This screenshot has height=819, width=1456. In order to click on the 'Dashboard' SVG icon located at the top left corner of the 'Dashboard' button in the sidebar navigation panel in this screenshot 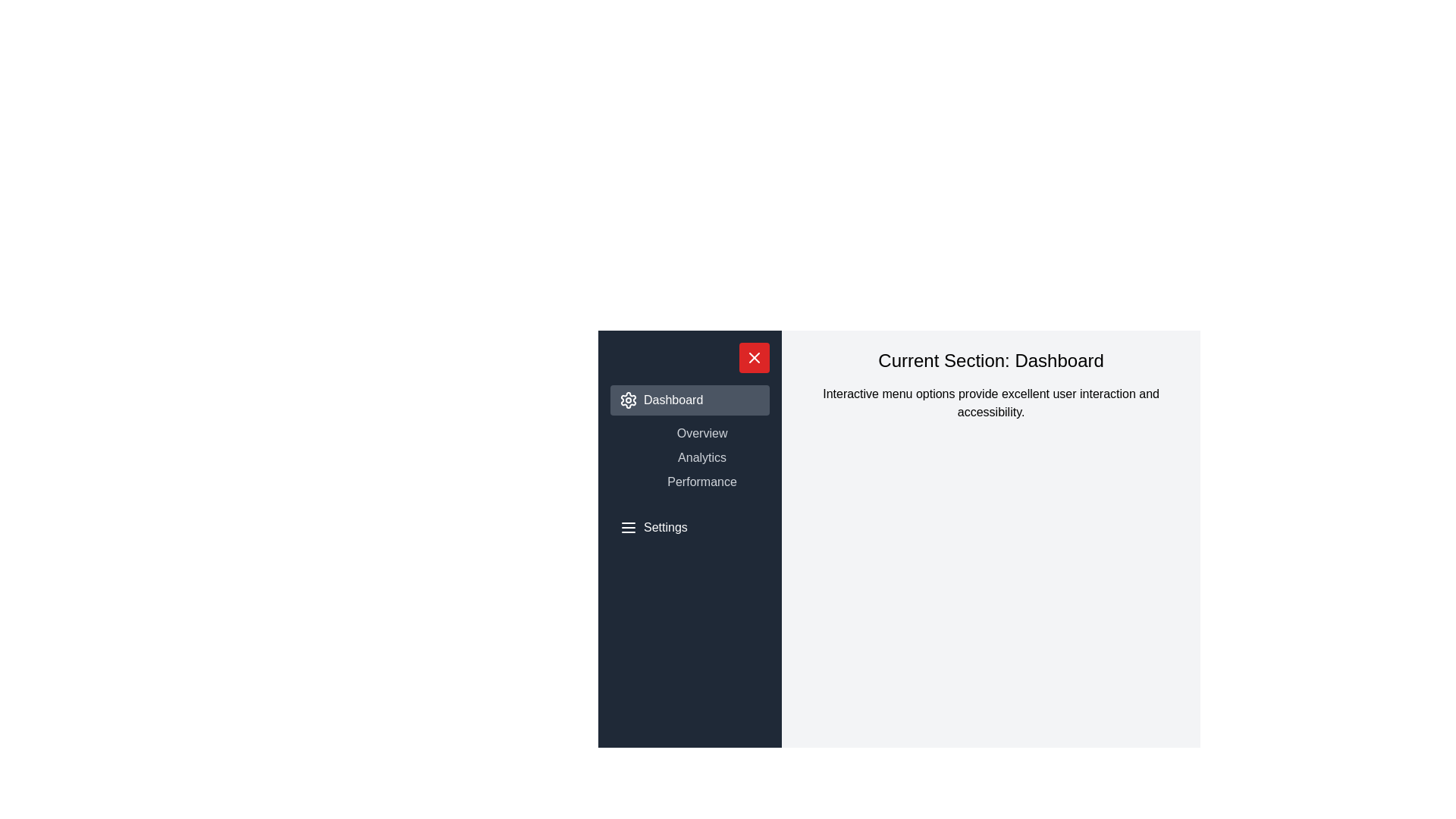, I will do `click(629, 400)`.